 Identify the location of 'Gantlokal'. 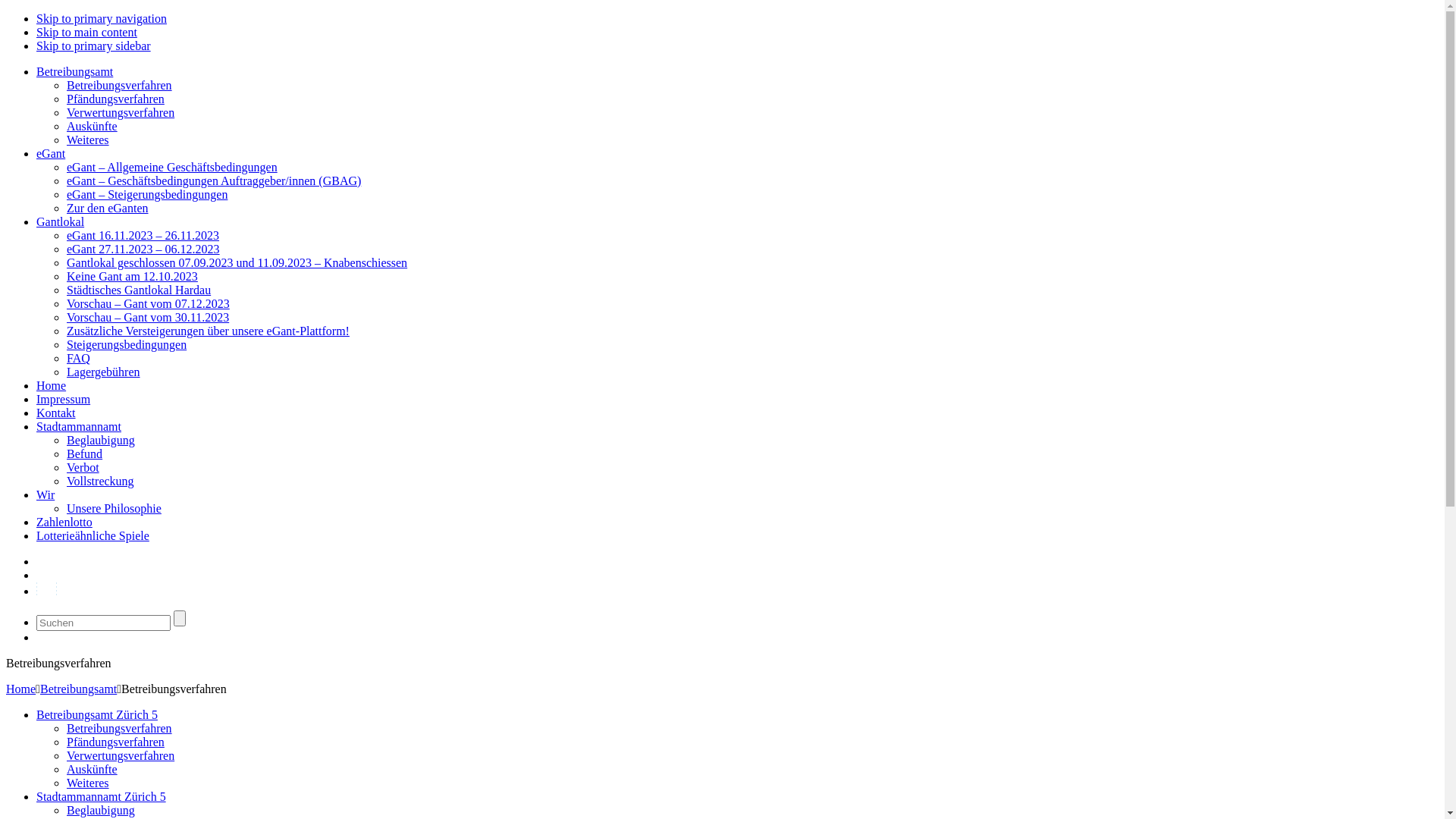
(60, 221).